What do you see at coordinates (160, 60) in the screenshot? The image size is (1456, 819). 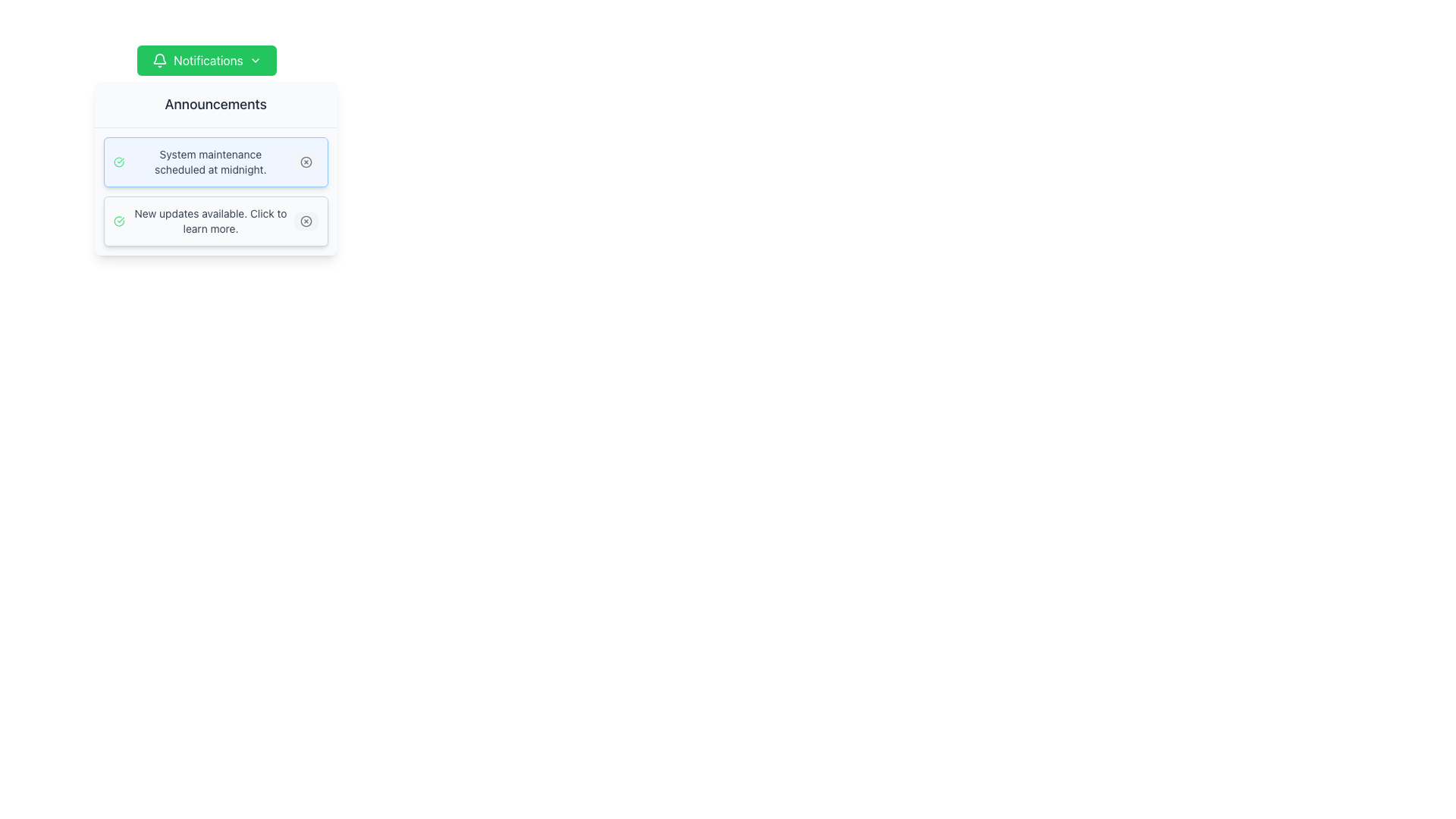 I see `the bell-shaped notification icon with a green background and white outline, located to the left of the 'Notifications' label` at bounding box center [160, 60].